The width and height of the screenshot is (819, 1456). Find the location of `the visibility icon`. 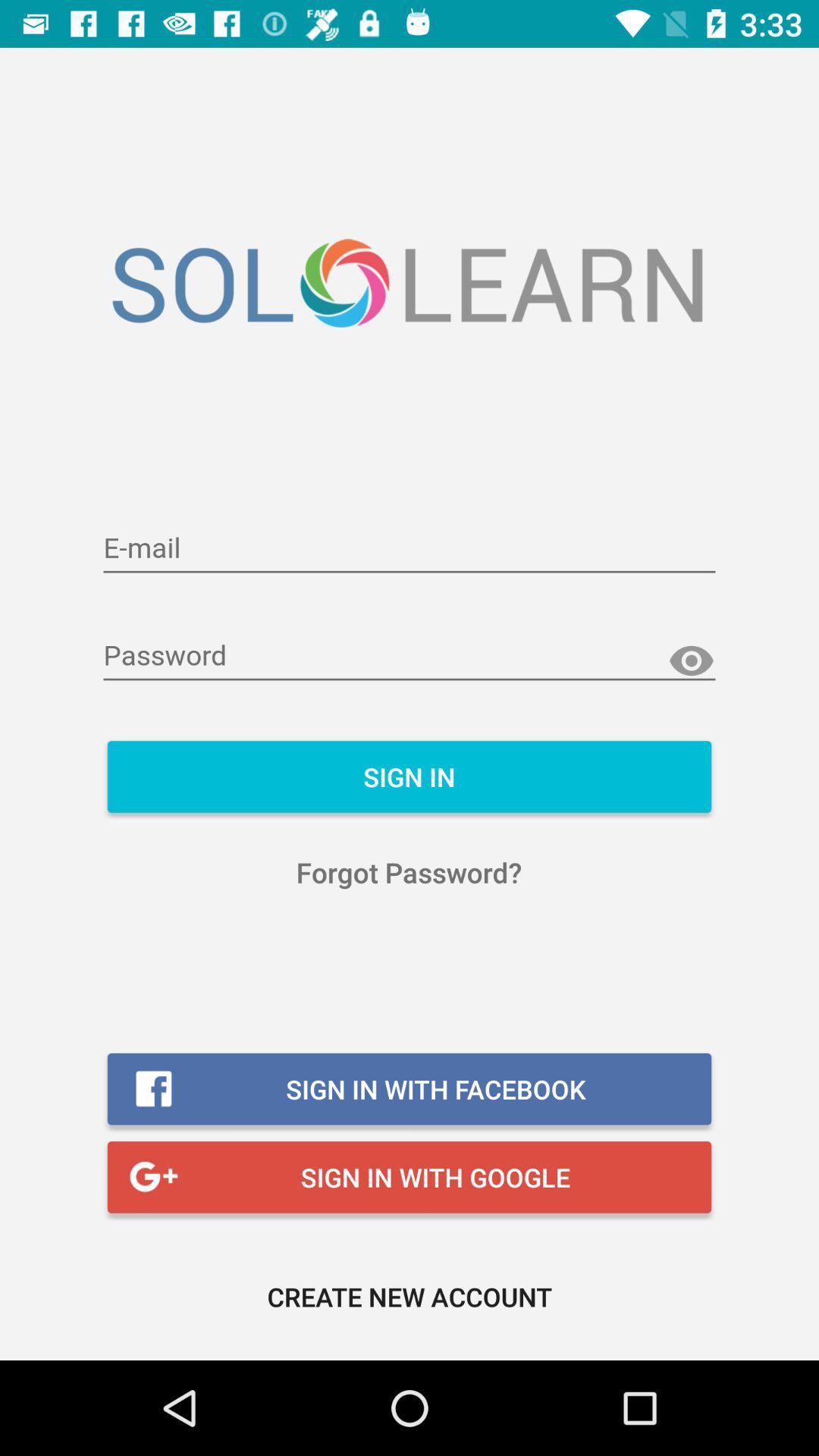

the visibility icon is located at coordinates (691, 661).